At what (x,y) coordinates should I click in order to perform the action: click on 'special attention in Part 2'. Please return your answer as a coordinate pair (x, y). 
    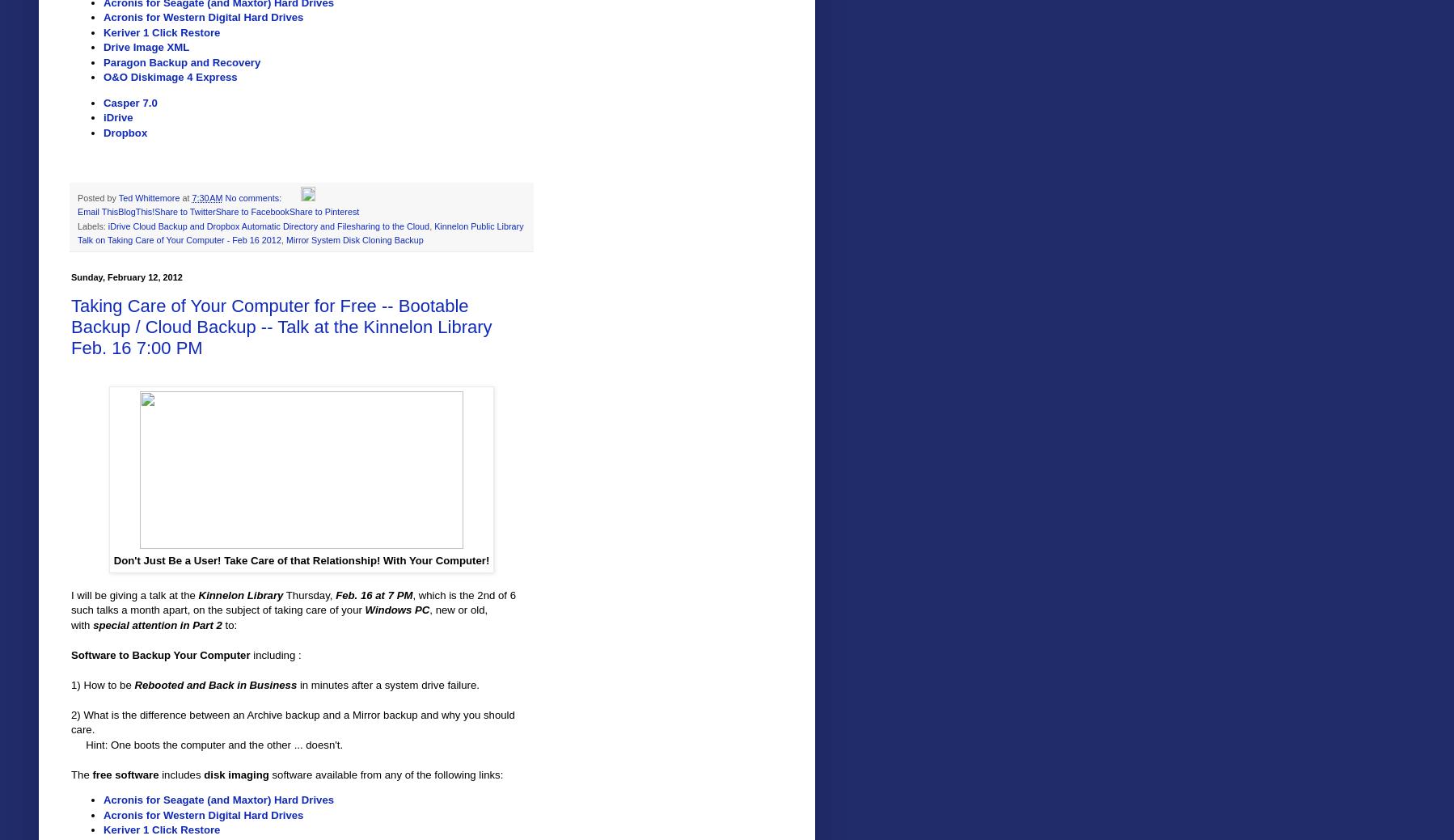
    Looking at the image, I should click on (157, 623).